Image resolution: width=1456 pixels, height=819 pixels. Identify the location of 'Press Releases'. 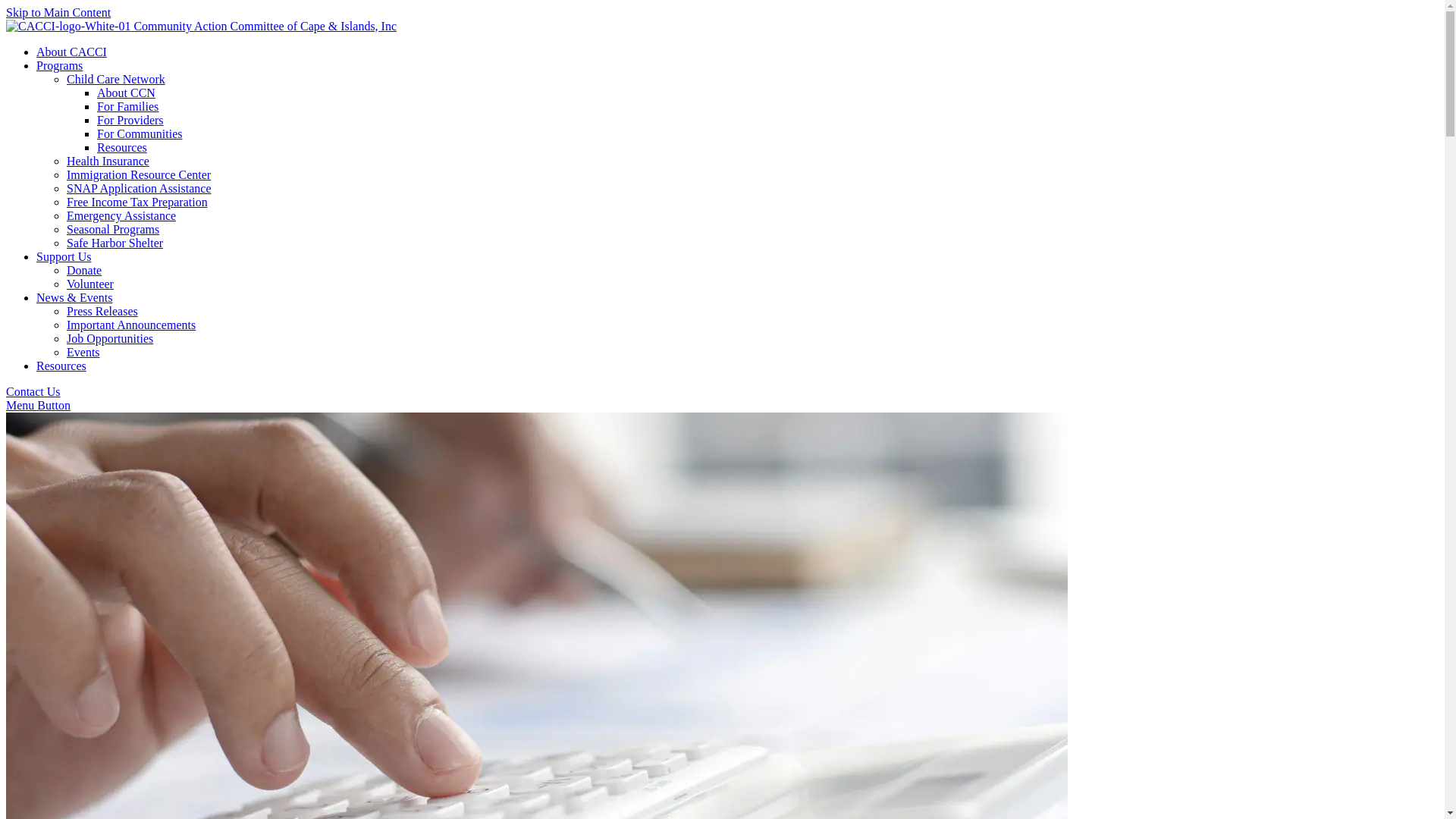
(101, 310).